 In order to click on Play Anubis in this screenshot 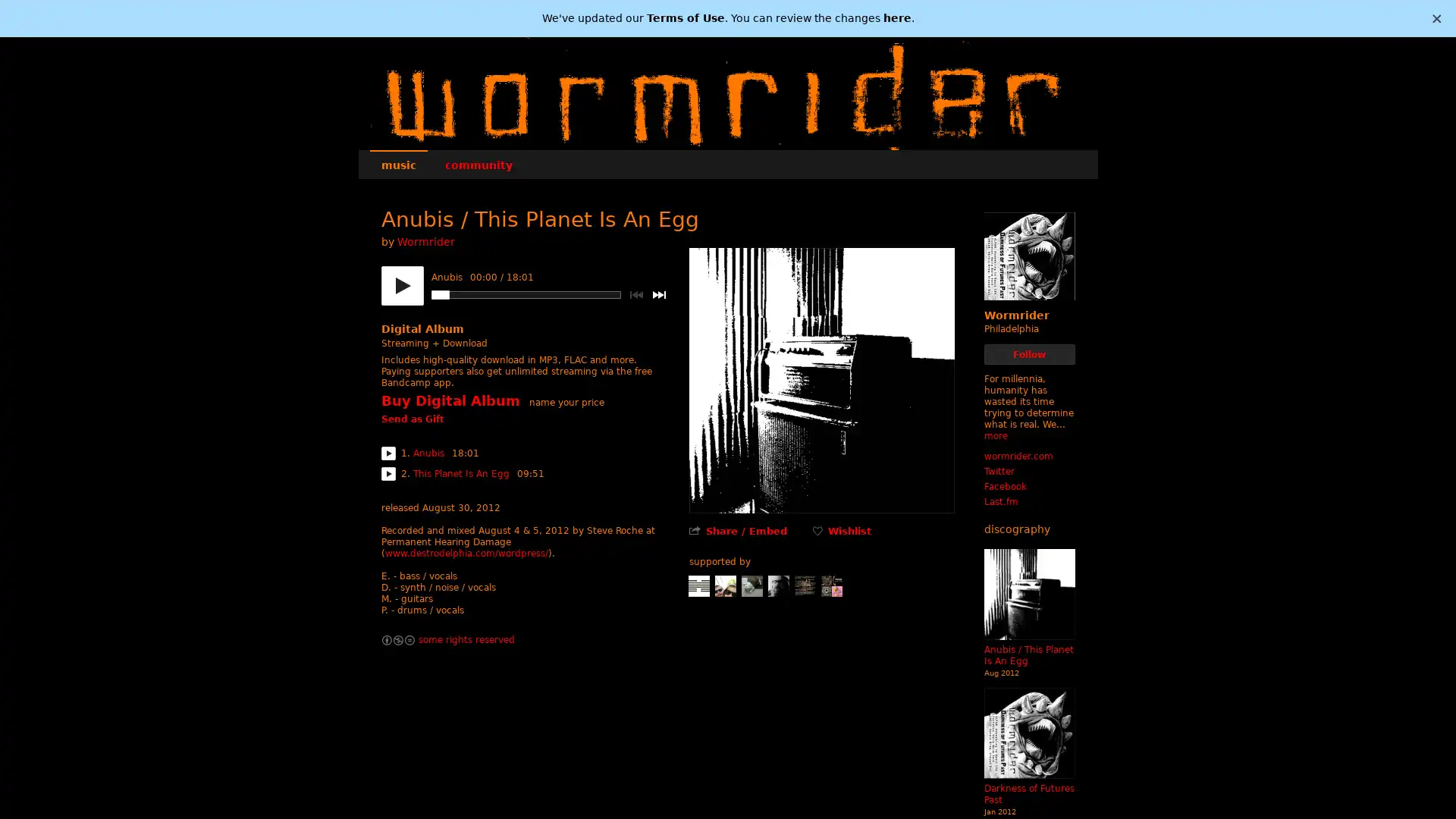, I will do `click(388, 452)`.